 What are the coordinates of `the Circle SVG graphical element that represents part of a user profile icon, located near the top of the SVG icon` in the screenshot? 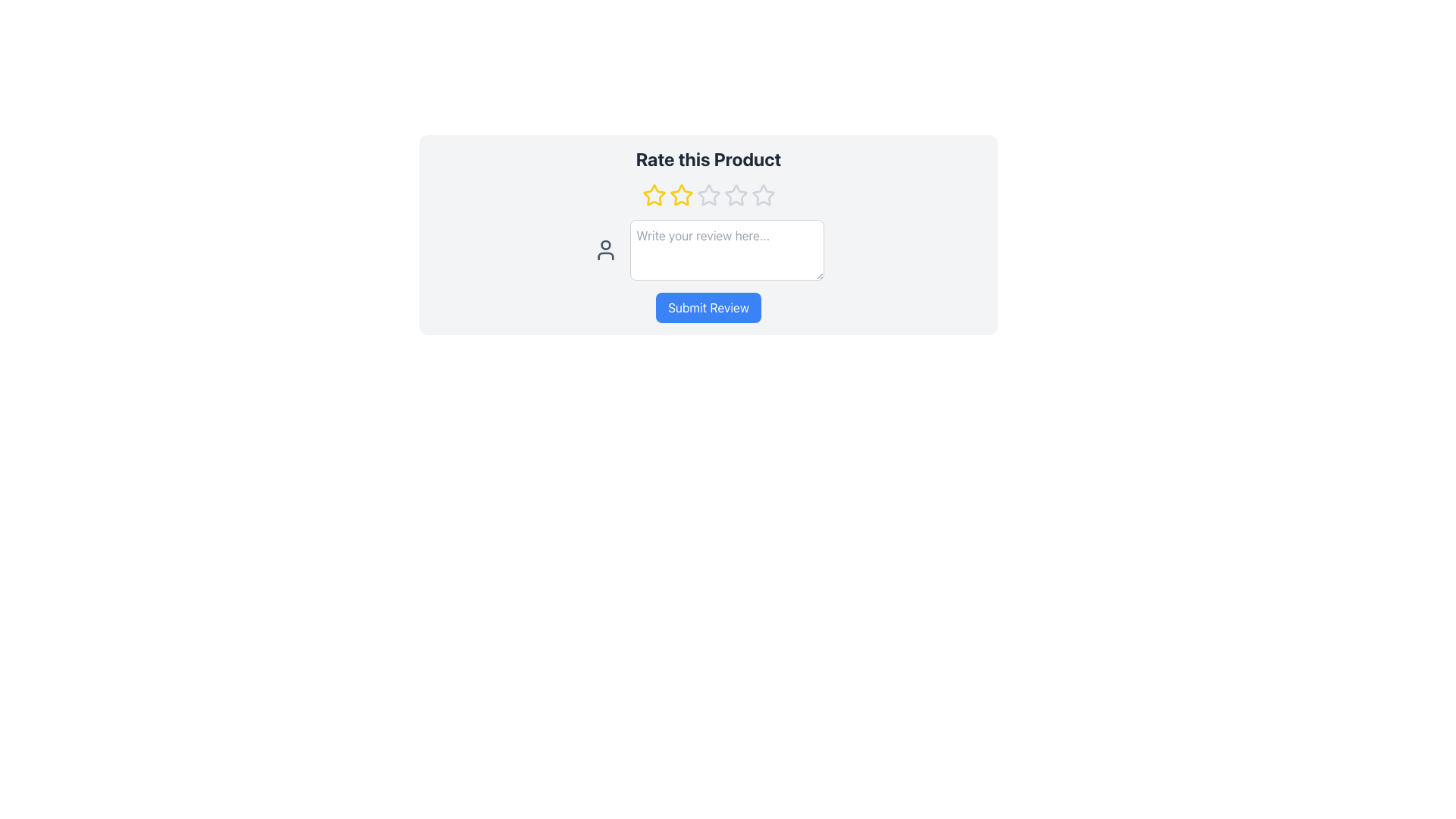 It's located at (604, 244).